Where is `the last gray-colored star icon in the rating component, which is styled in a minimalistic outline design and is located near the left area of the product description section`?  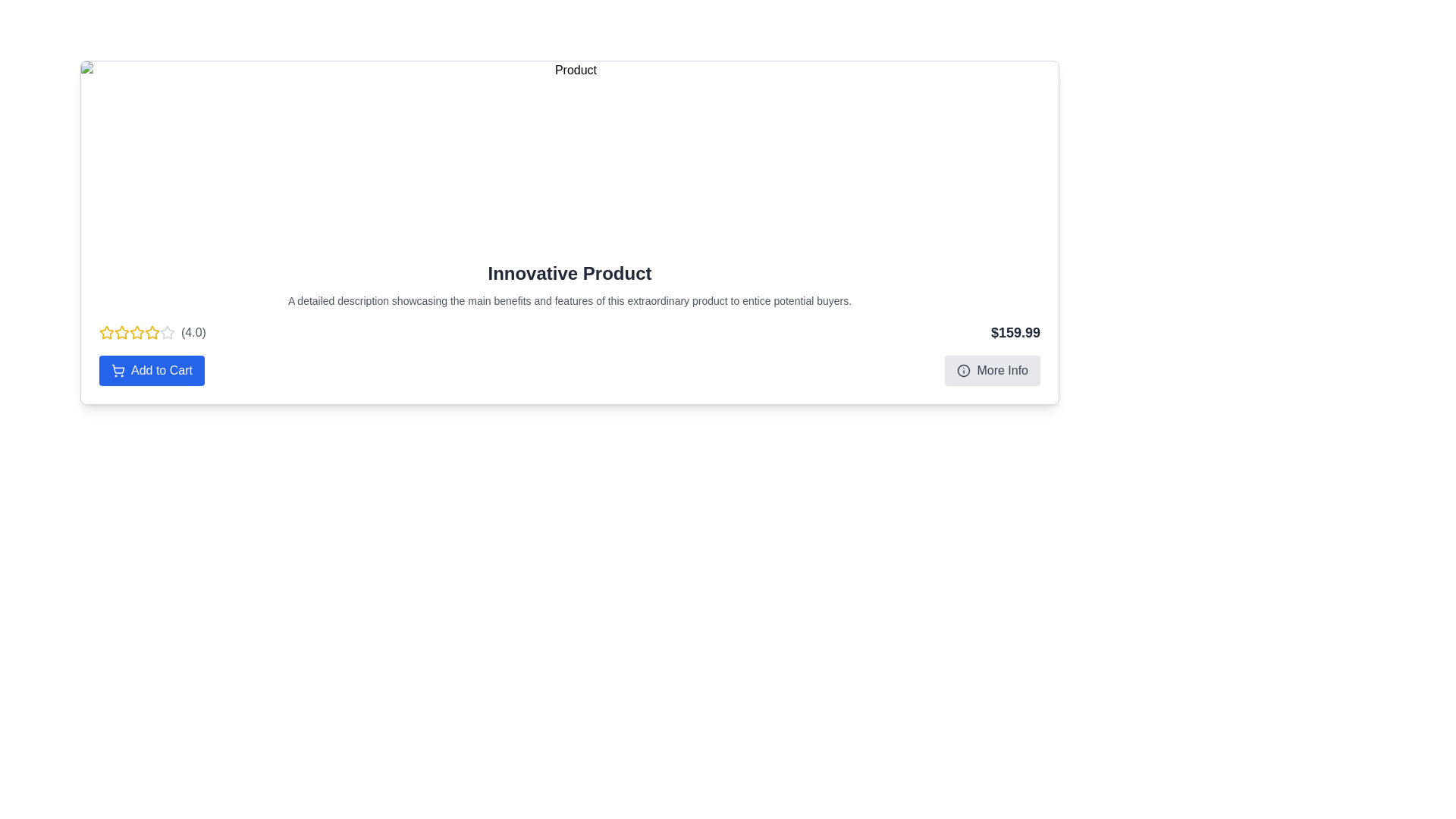
the last gray-colored star icon in the rating component, which is styled in a minimalistic outline design and is located near the left area of the product description section is located at coordinates (167, 332).